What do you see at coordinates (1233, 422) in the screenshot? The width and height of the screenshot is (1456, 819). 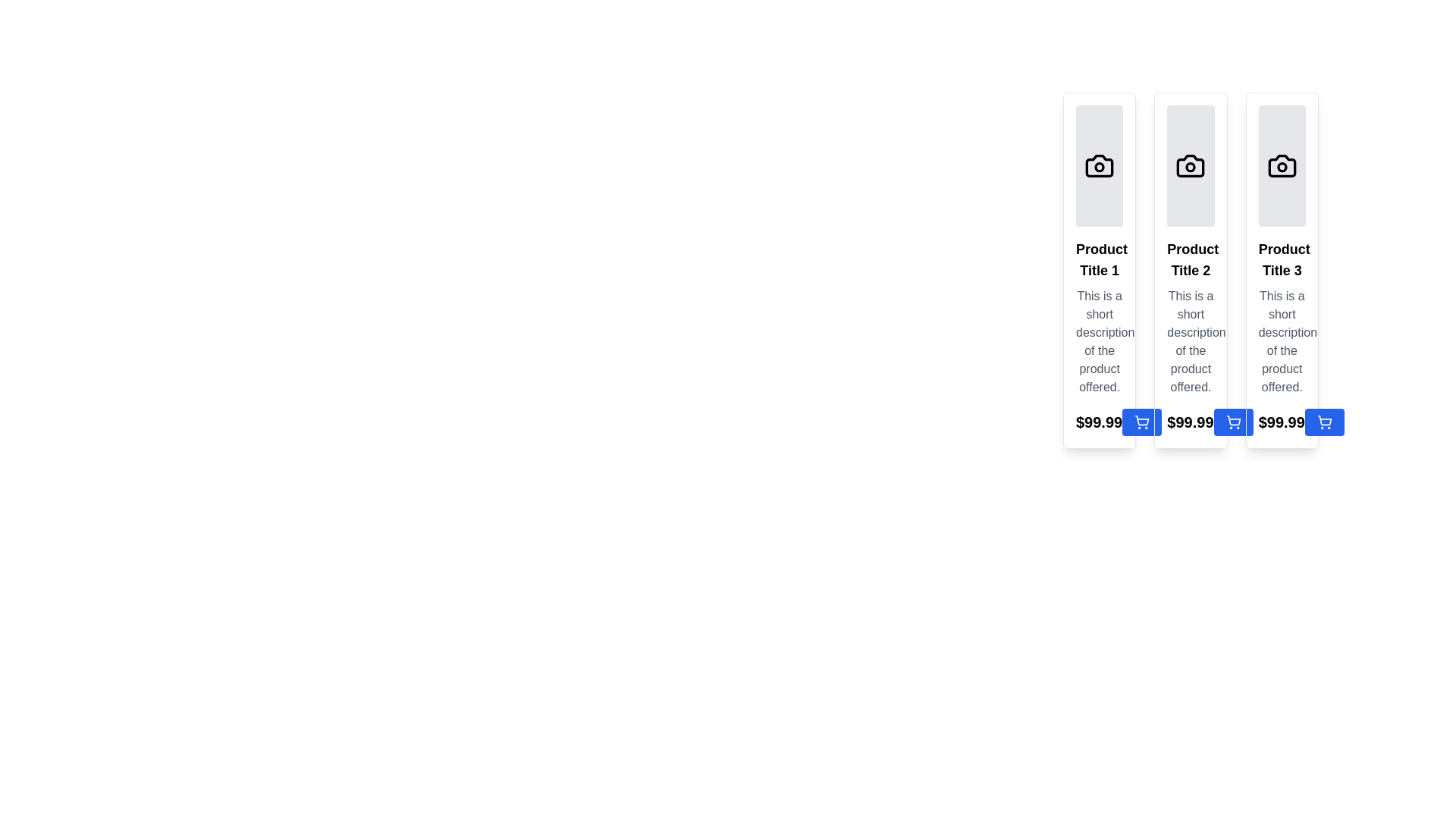 I see `the add-to-cart button located at the bottom-right corner of the card for Product Title 3` at bounding box center [1233, 422].